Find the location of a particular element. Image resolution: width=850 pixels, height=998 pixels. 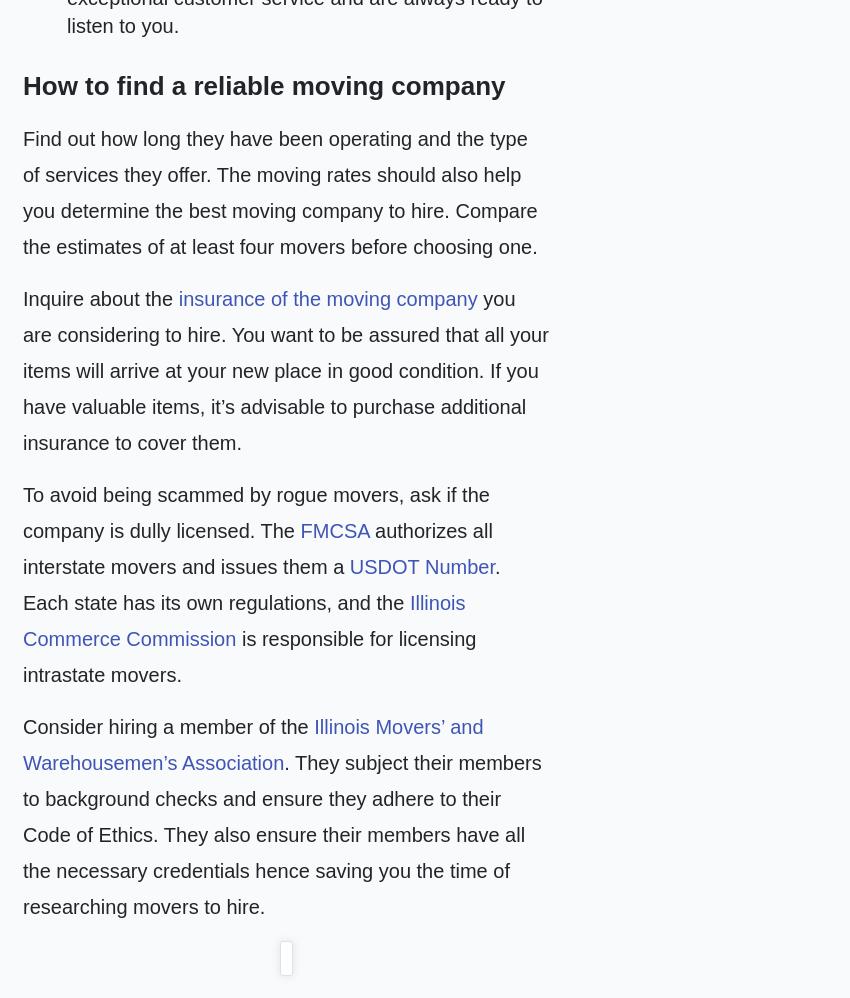

'authorizes all interstate movers and issues them a' is located at coordinates (256, 548).